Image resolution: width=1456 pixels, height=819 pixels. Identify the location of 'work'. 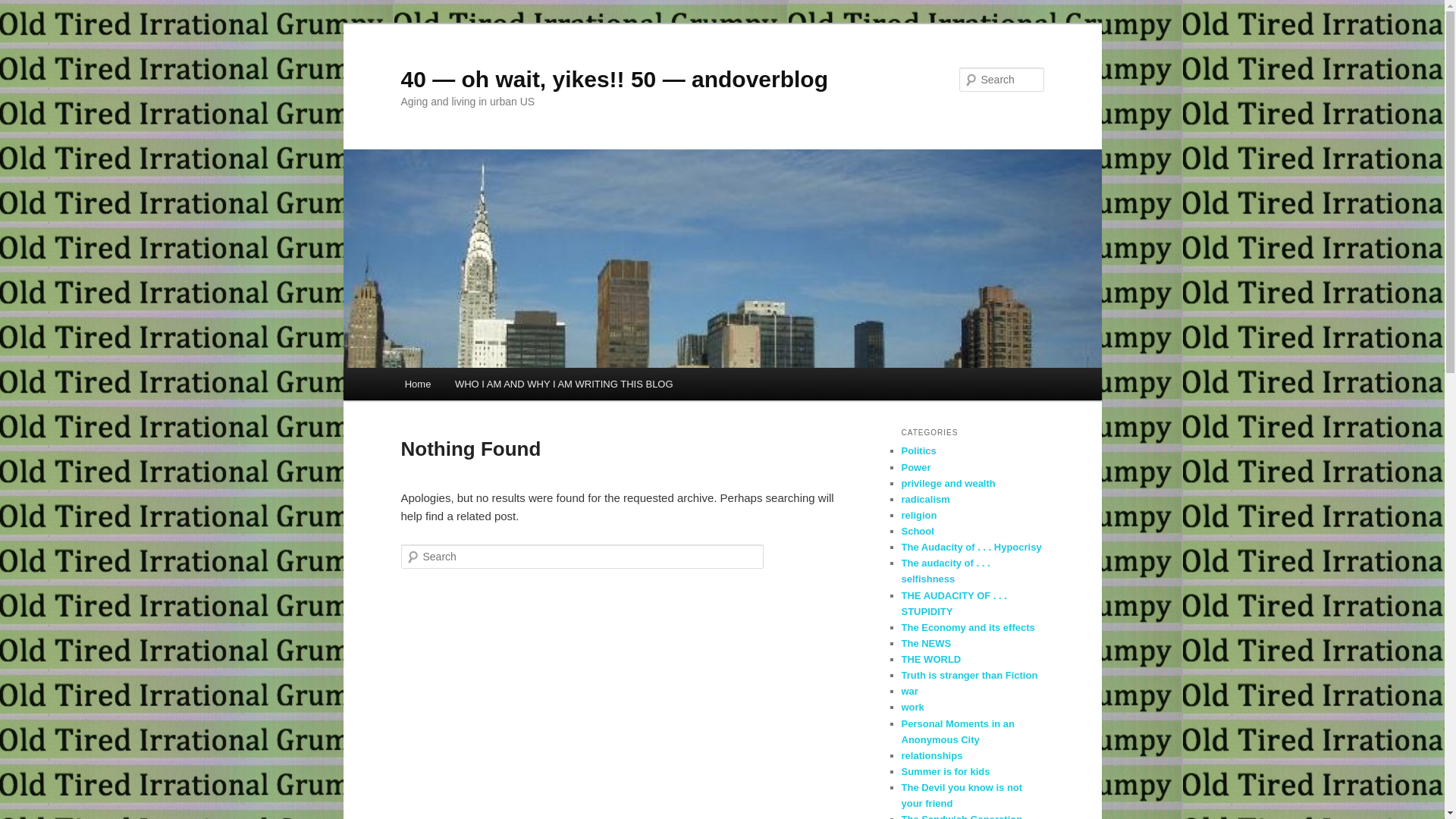
(912, 707).